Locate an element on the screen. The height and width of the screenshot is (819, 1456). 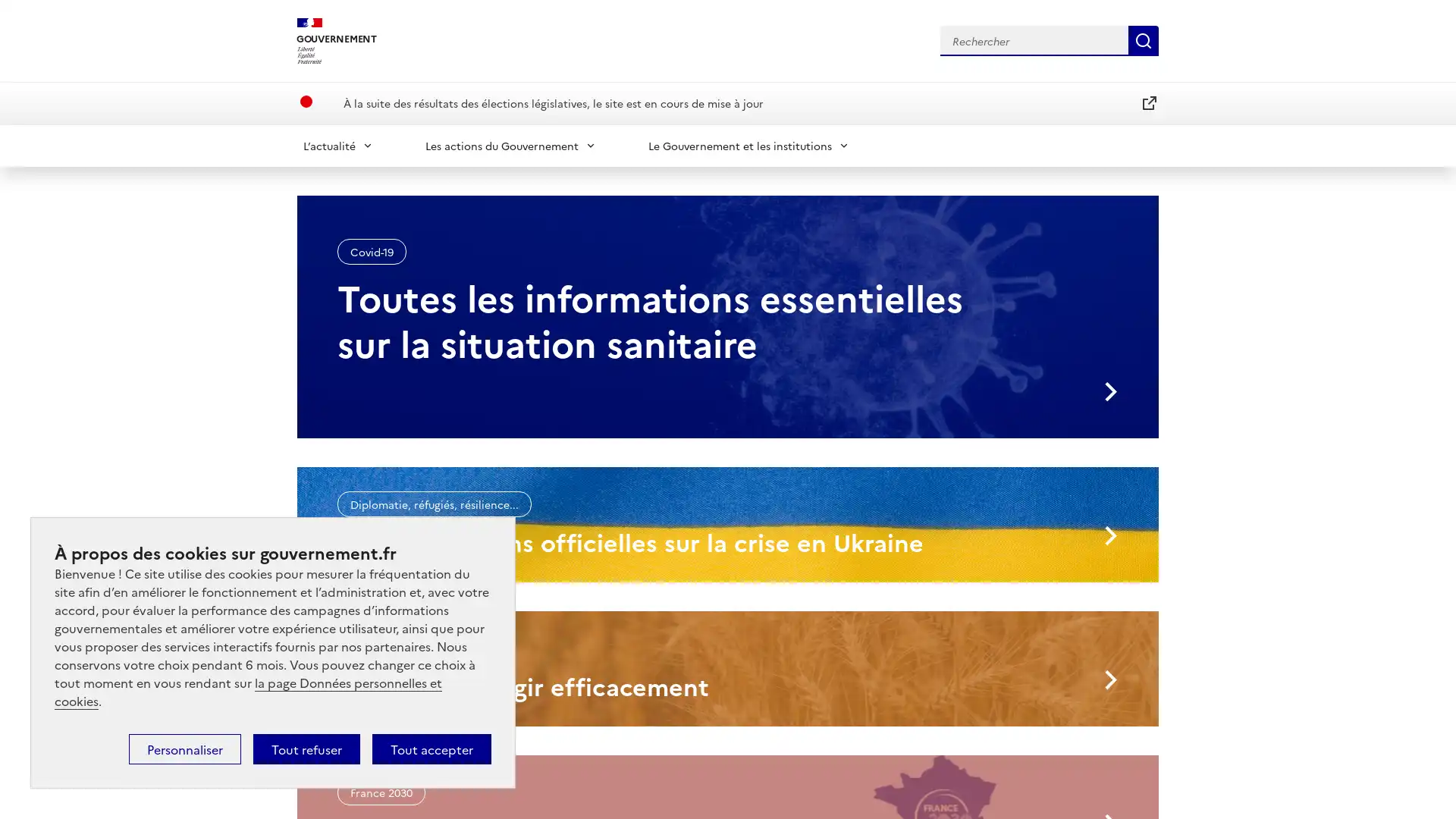
Tout accepter is located at coordinates (431, 748).